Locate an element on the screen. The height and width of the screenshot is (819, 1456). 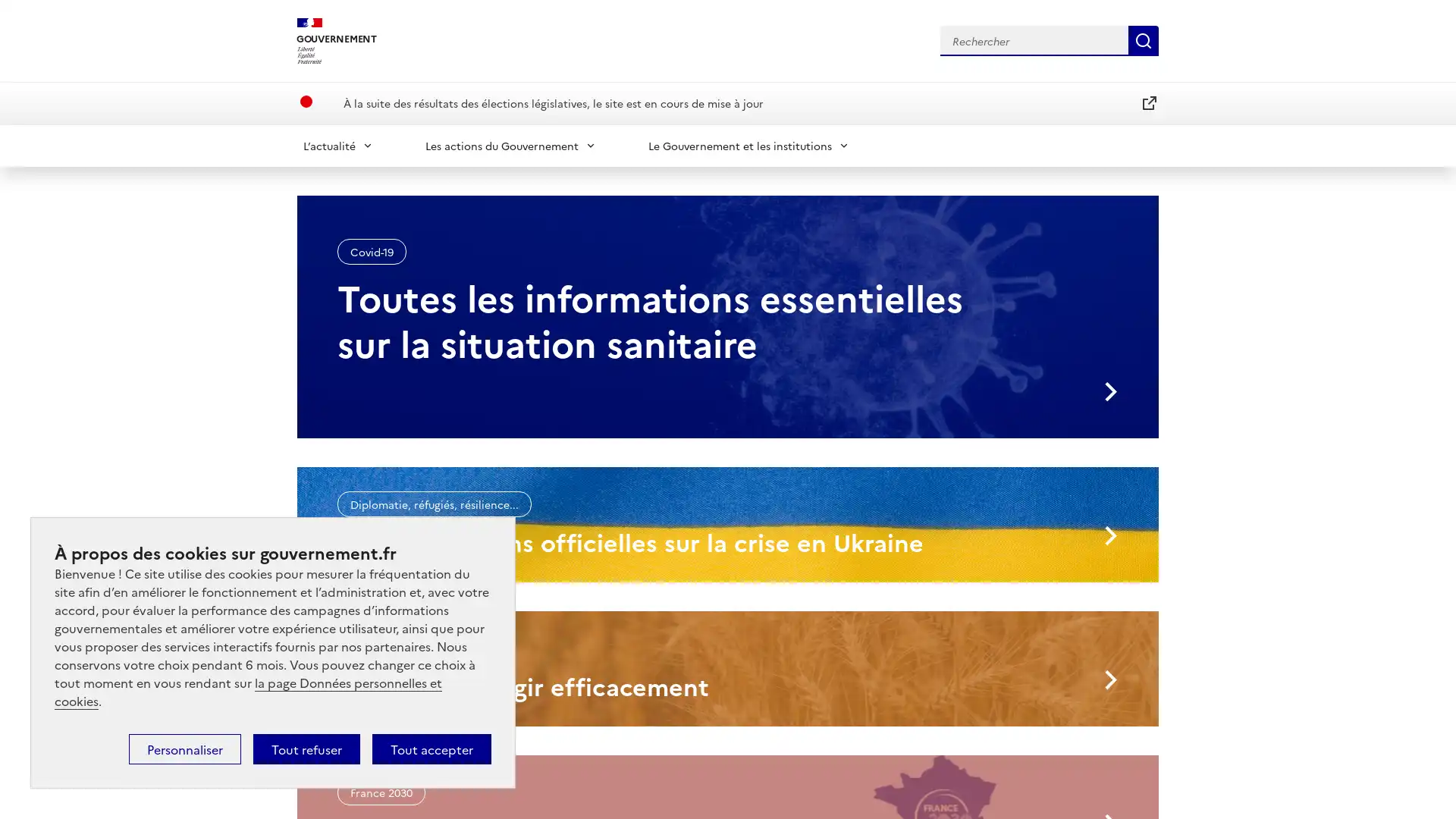
Tout accepter is located at coordinates (431, 748).